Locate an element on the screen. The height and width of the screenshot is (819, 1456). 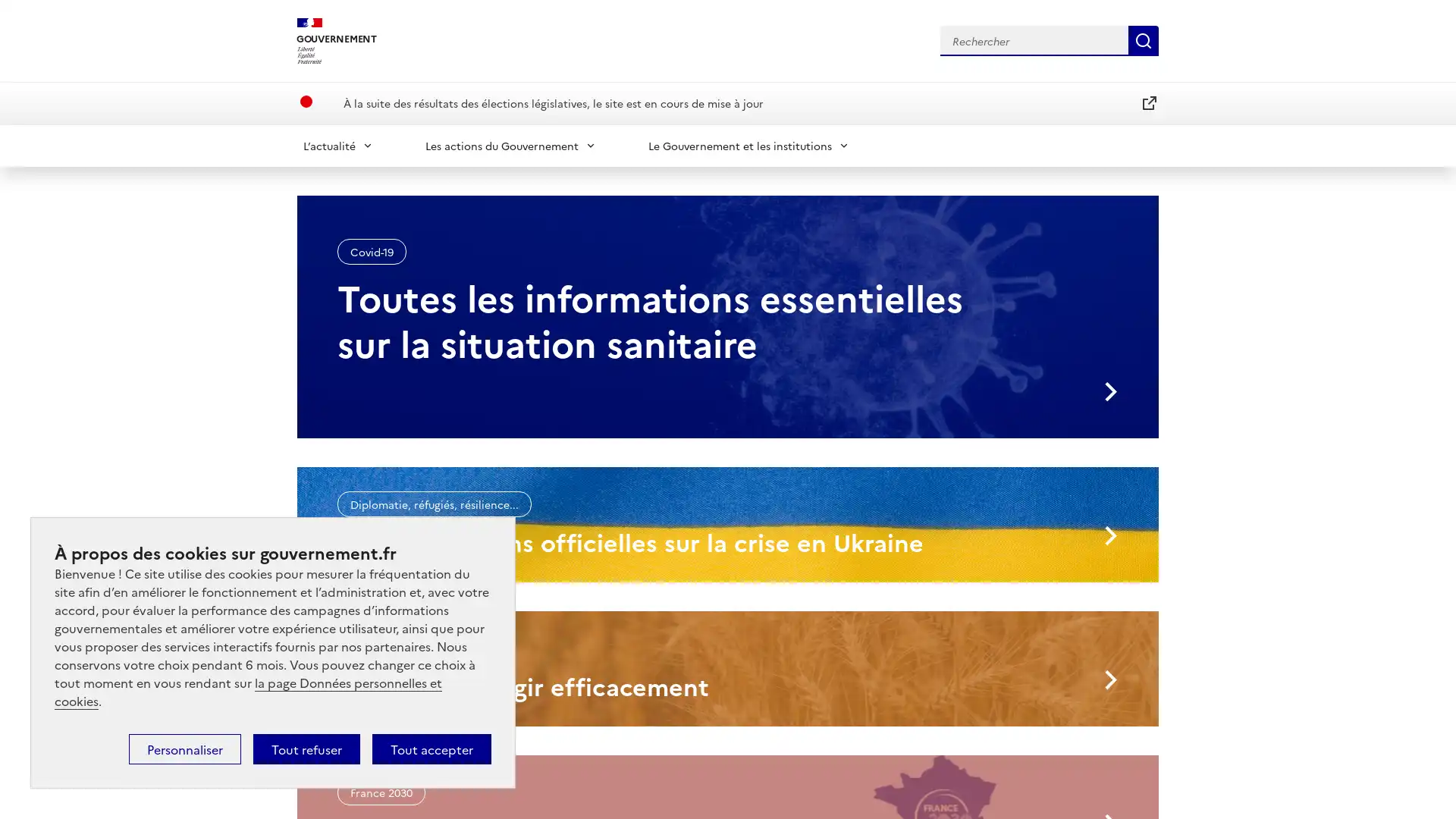
Tout accepter is located at coordinates (431, 748).